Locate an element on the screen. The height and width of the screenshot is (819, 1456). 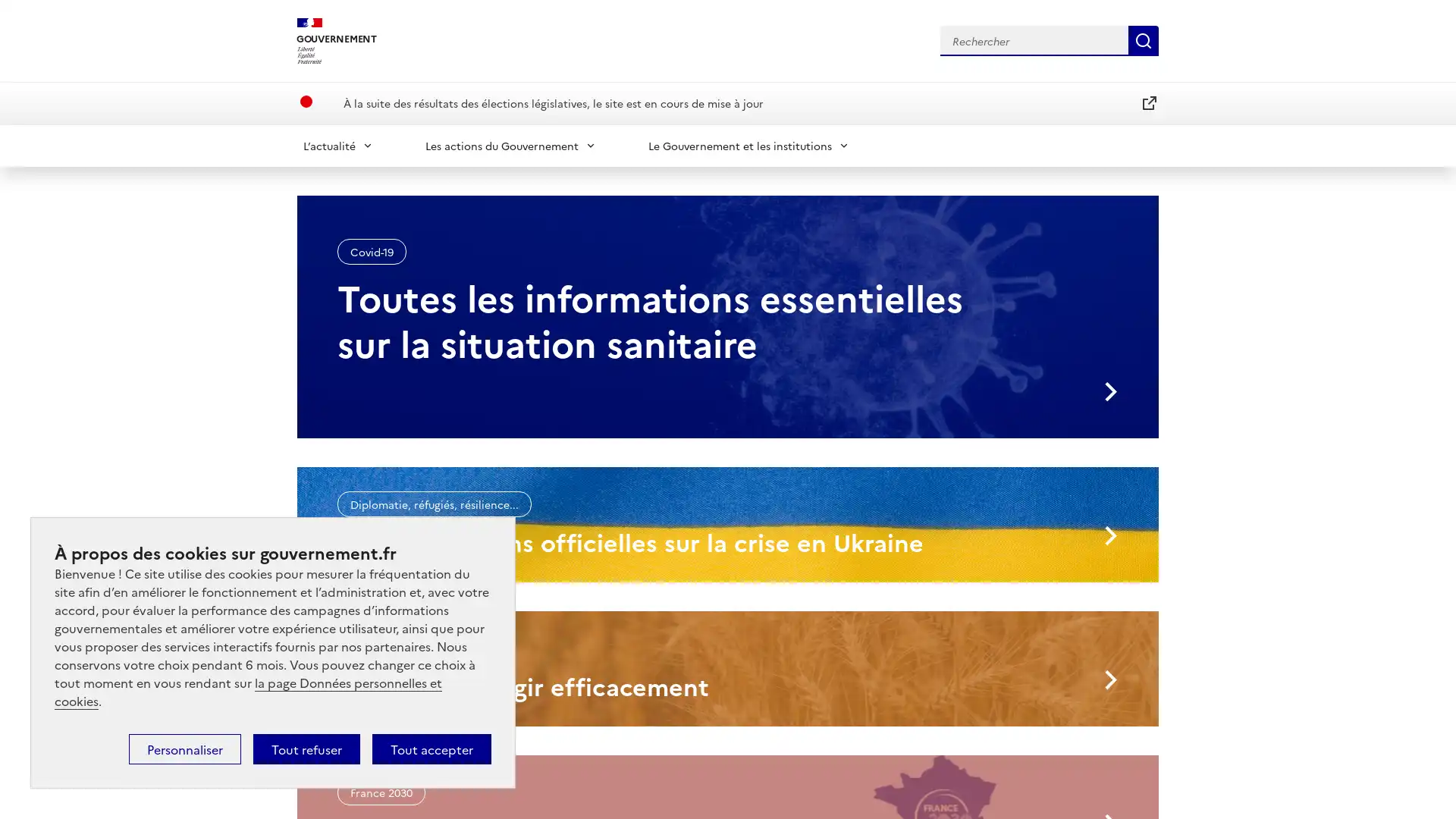
Tout accepter is located at coordinates (431, 748).